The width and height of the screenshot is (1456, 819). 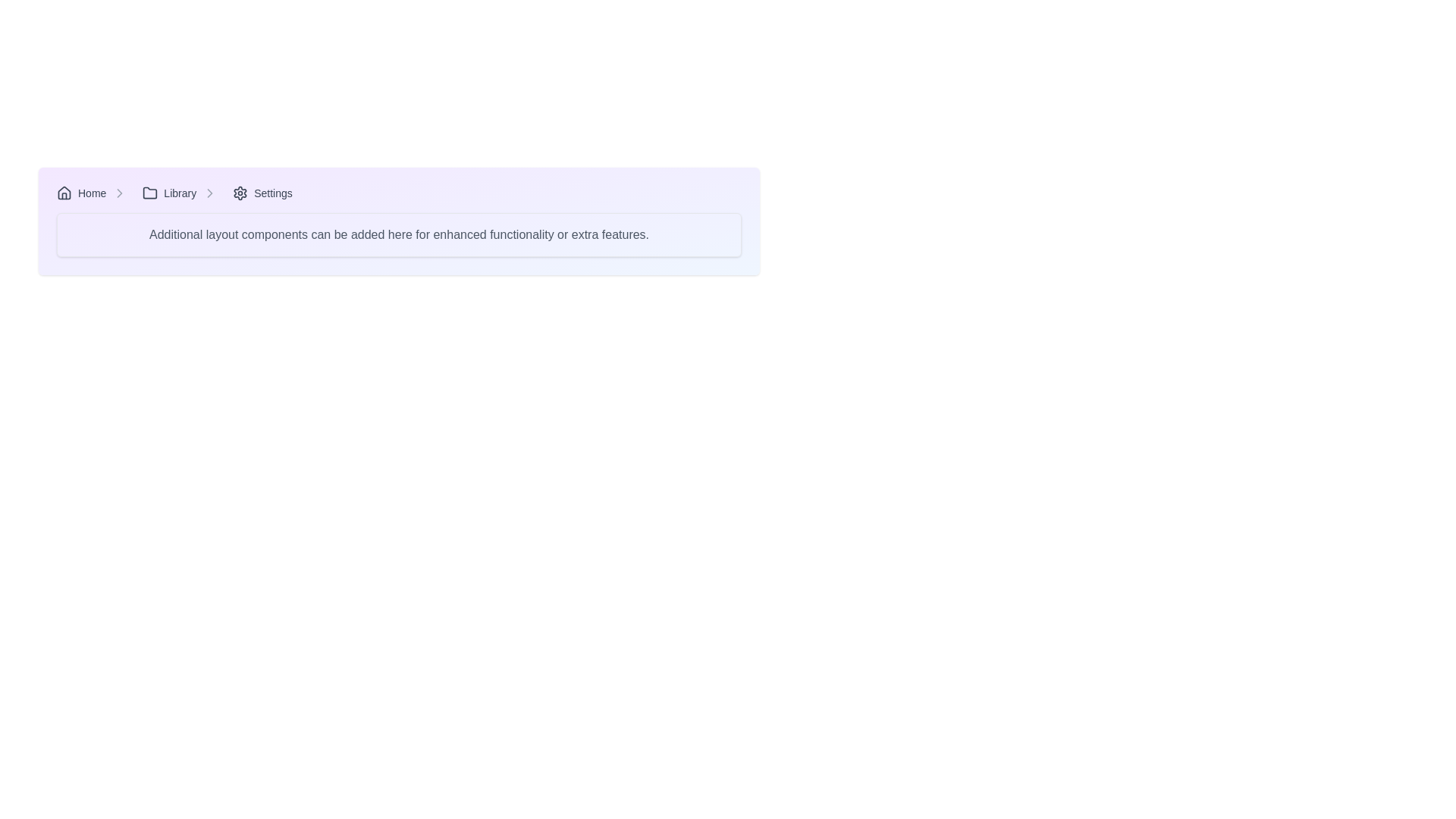 What do you see at coordinates (240, 192) in the screenshot?
I see `the cogwheel icon in the navigation bar` at bounding box center [240, 192].